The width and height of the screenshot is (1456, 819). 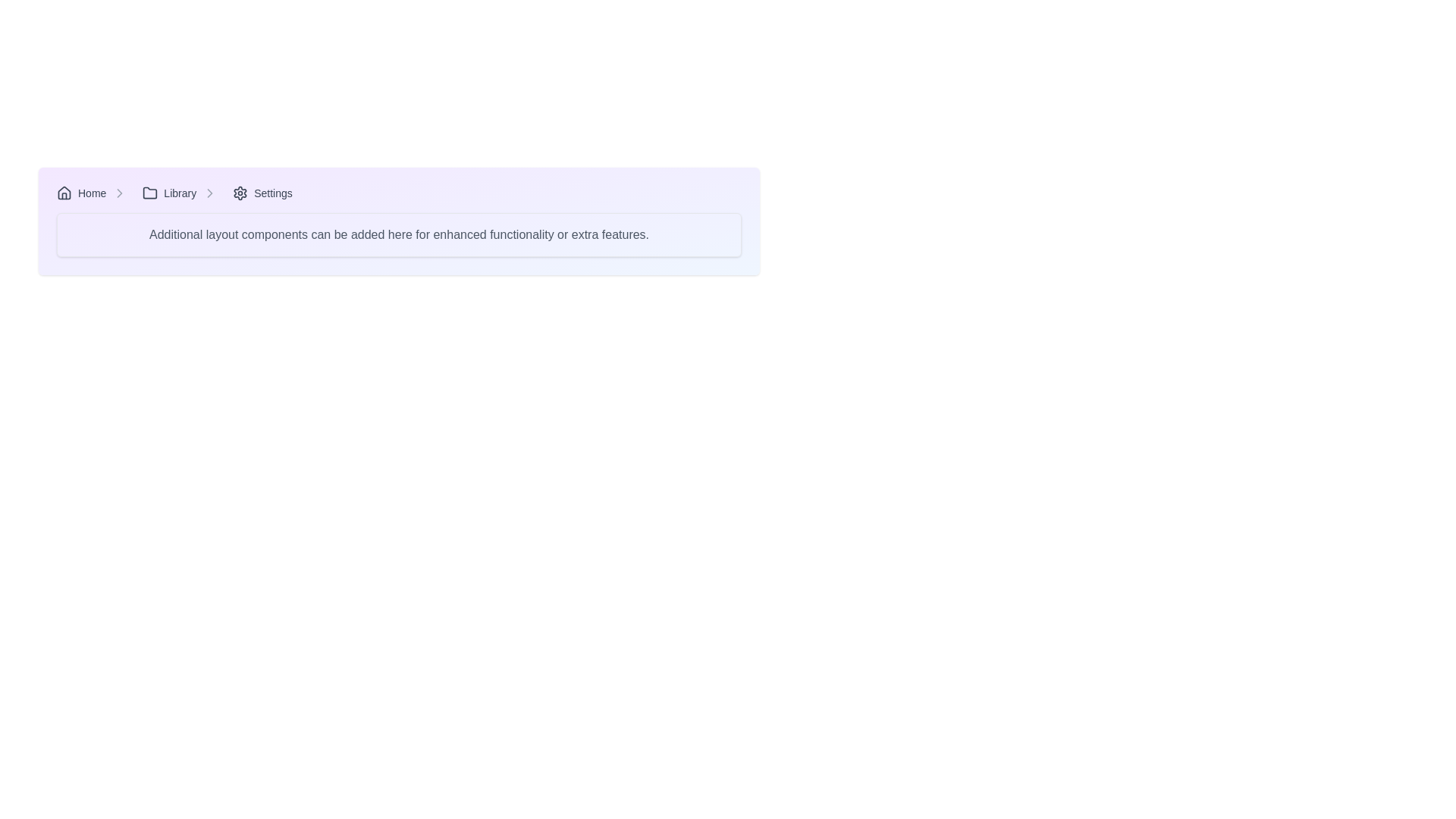 What do you see at coordinates (240, 192) in the screenshot?
I see `the cogwheel icon in the navigation bar` at bounding box center [240, 192].